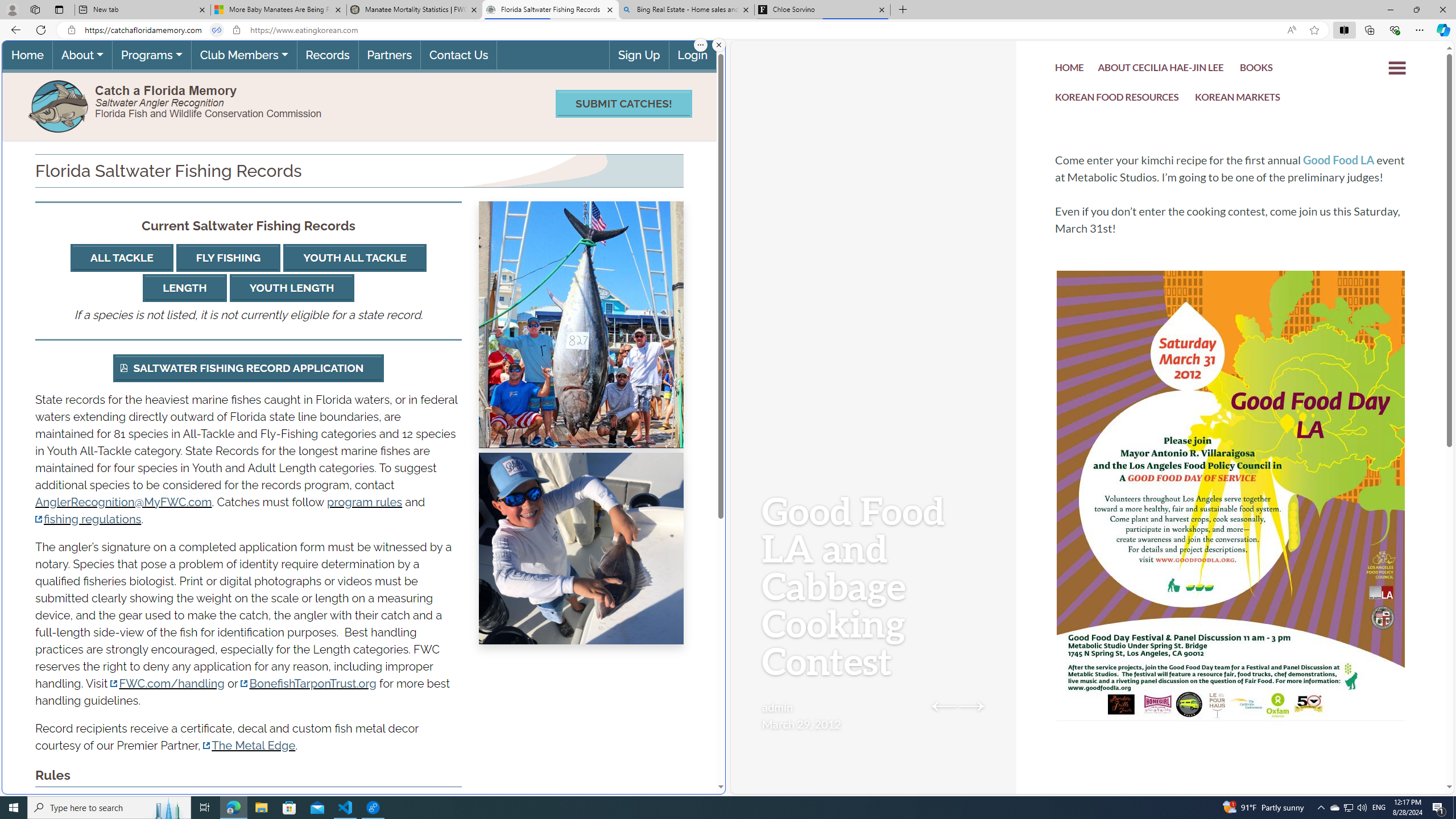  I want to click on 'ABOUT CECILIA HAE-JIN LEE', so click(1161, 69).